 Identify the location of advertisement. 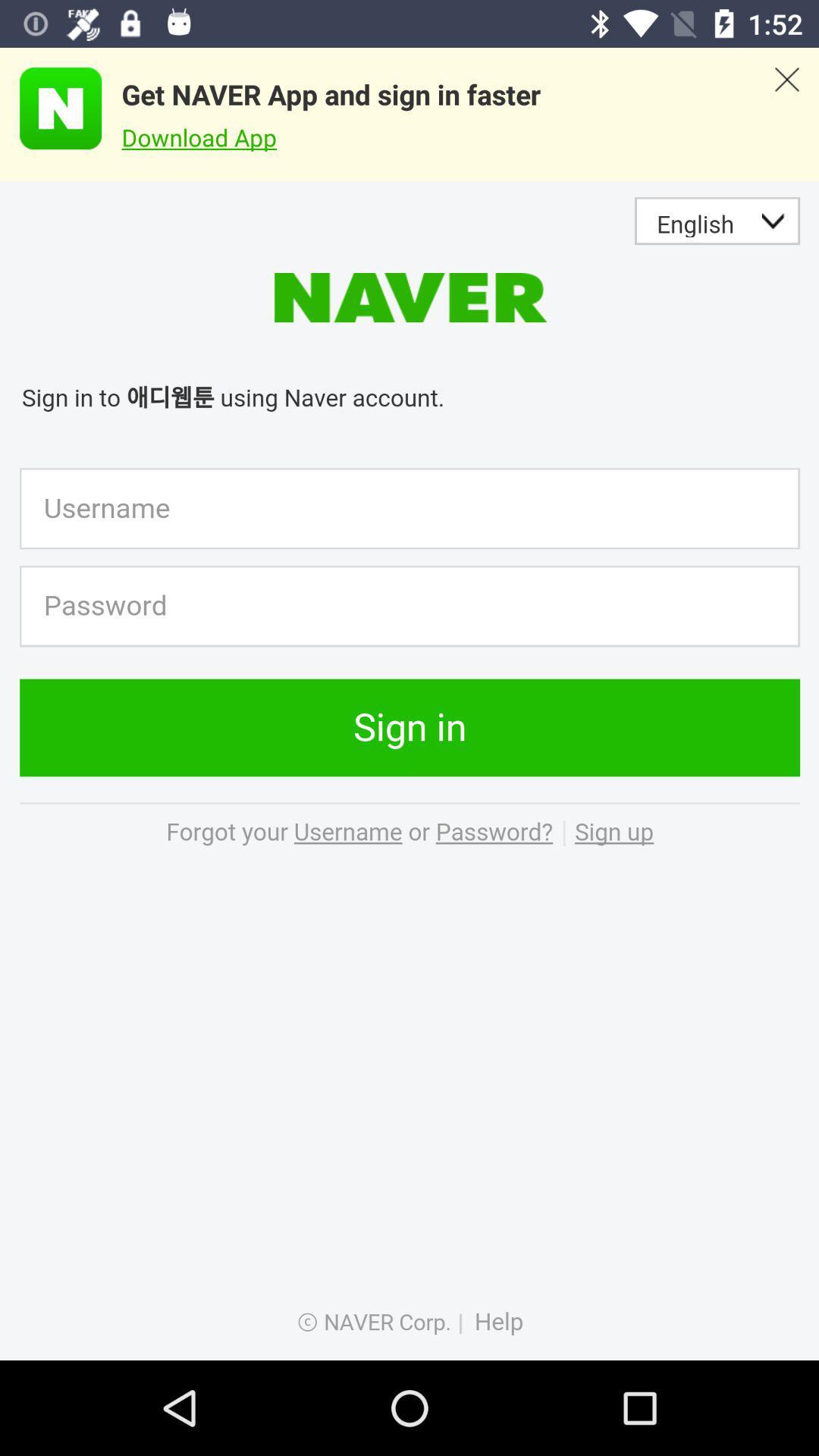
(50, 108).